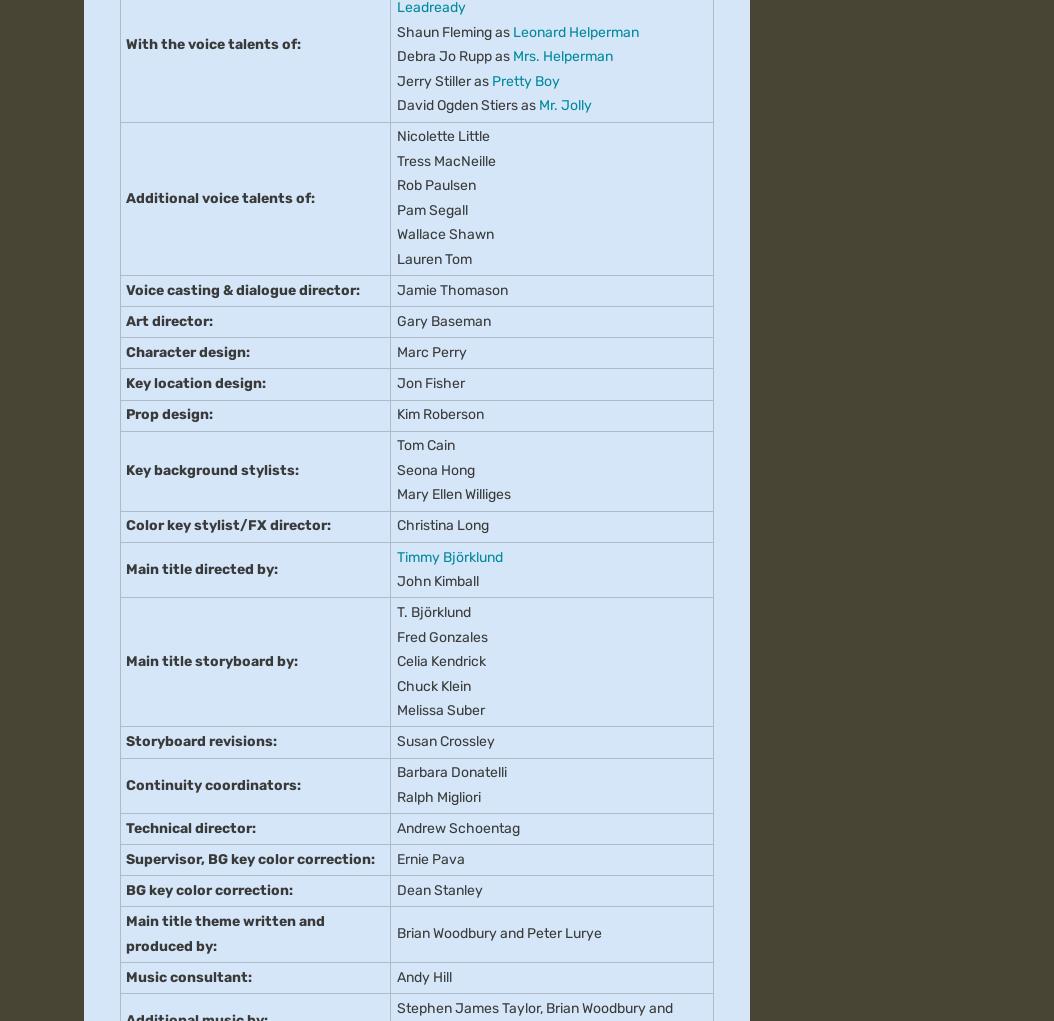  Describe the element at coordinates (83, 120) in the screenshot. I see `'Overview'` at that location.